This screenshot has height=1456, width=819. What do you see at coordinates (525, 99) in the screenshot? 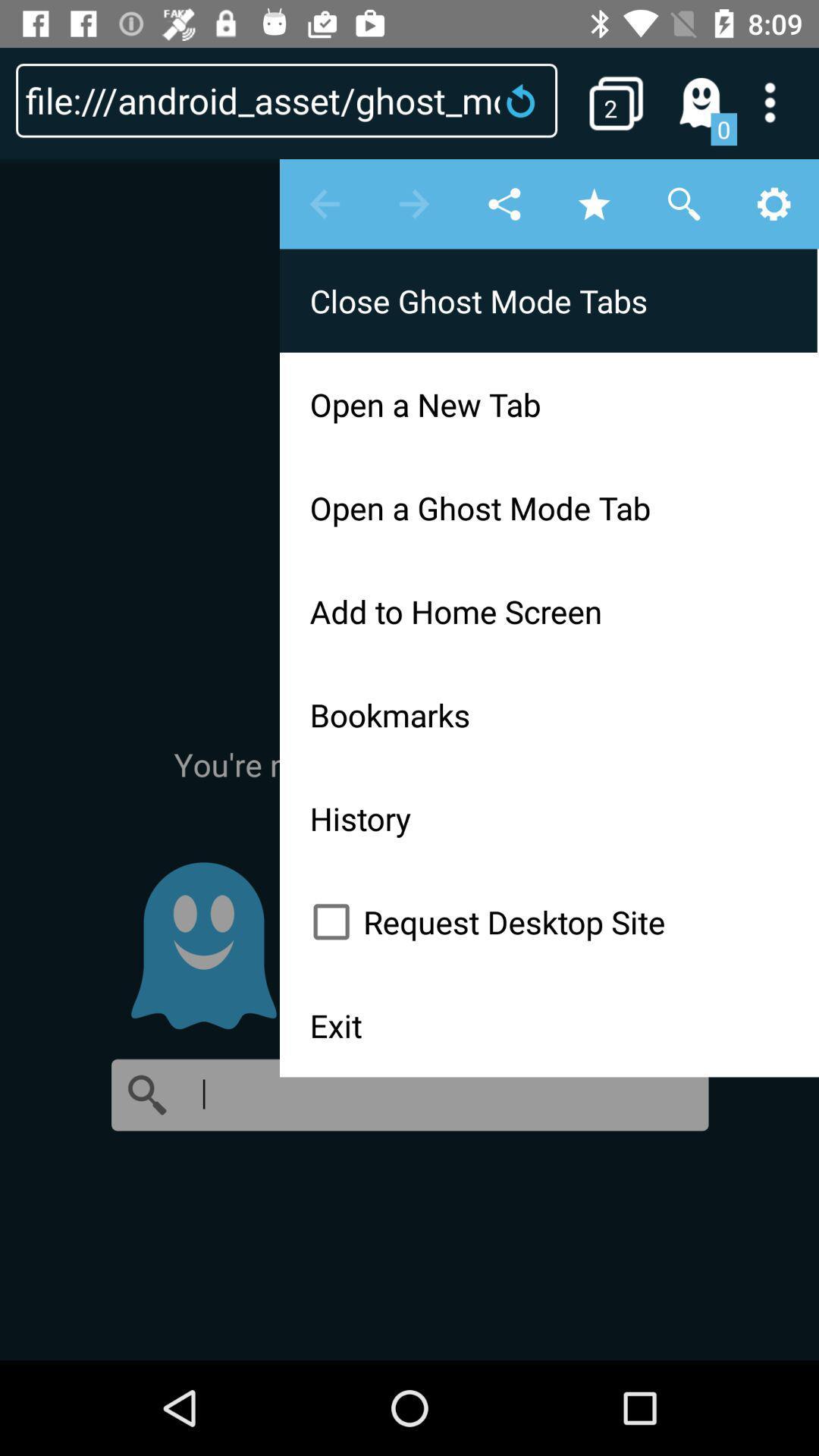
I see `refresh the page` at bounding box center [525, 99].